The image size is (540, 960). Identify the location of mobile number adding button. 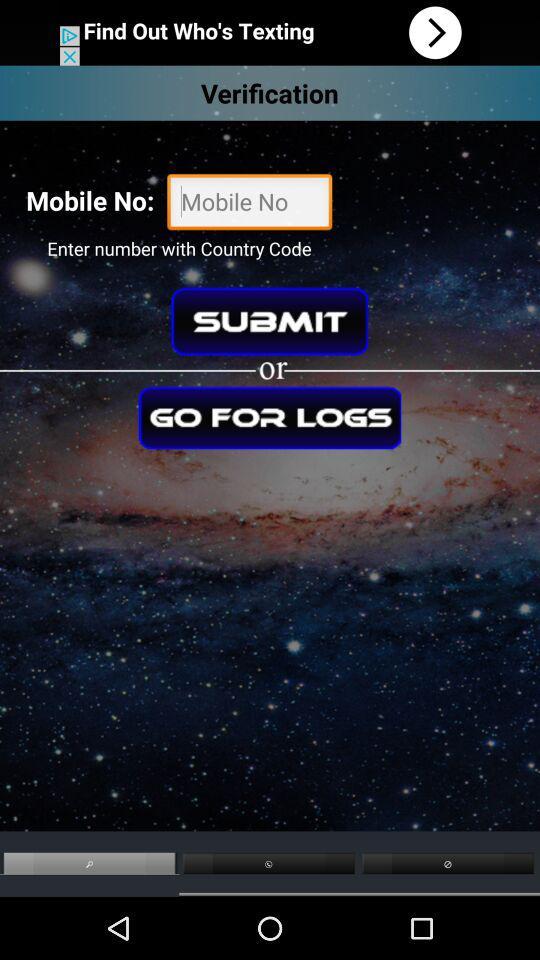
(249, 204).